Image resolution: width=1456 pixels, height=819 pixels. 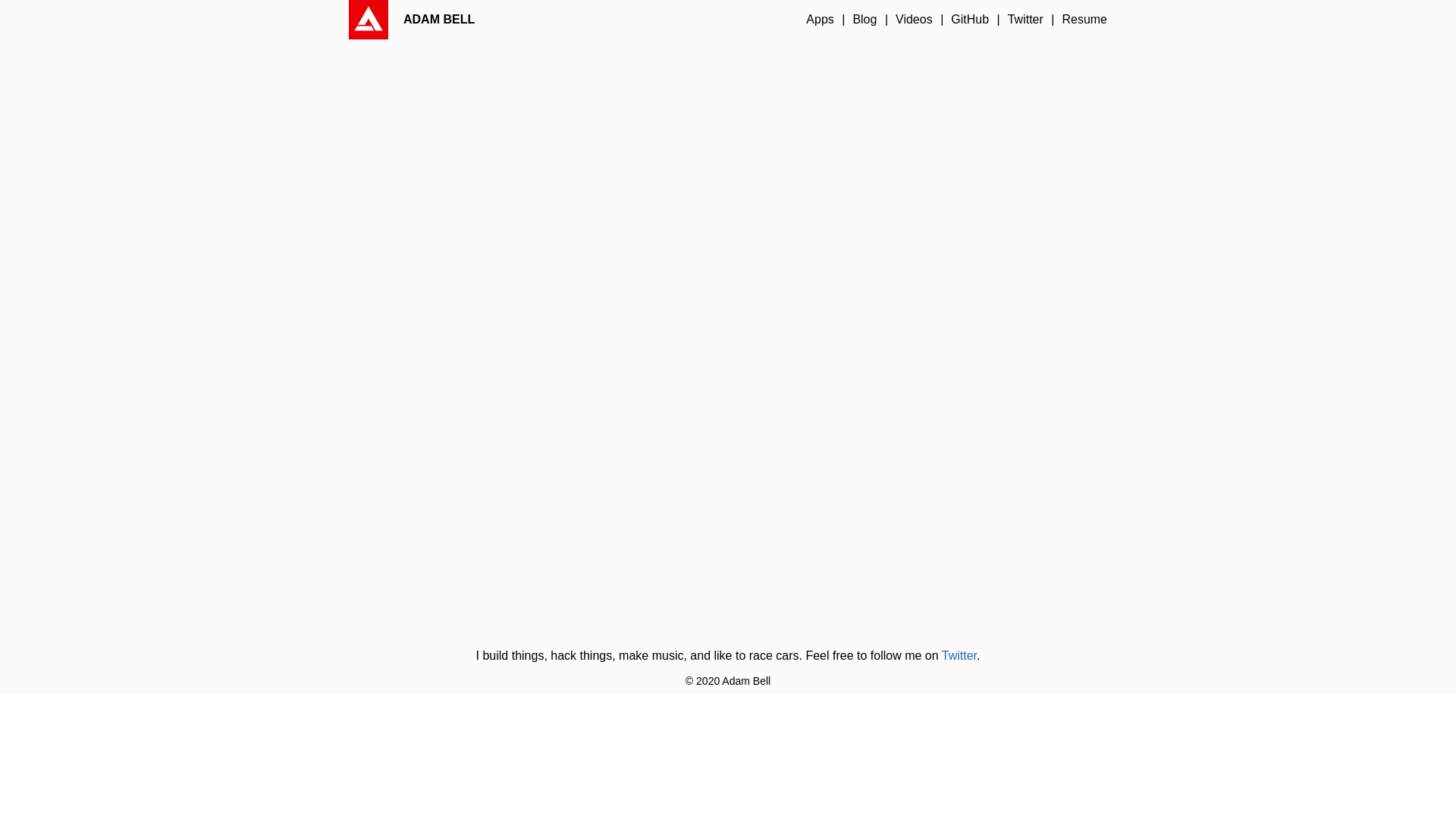 I want to click on 'Apps', so click(x=805, y=19).